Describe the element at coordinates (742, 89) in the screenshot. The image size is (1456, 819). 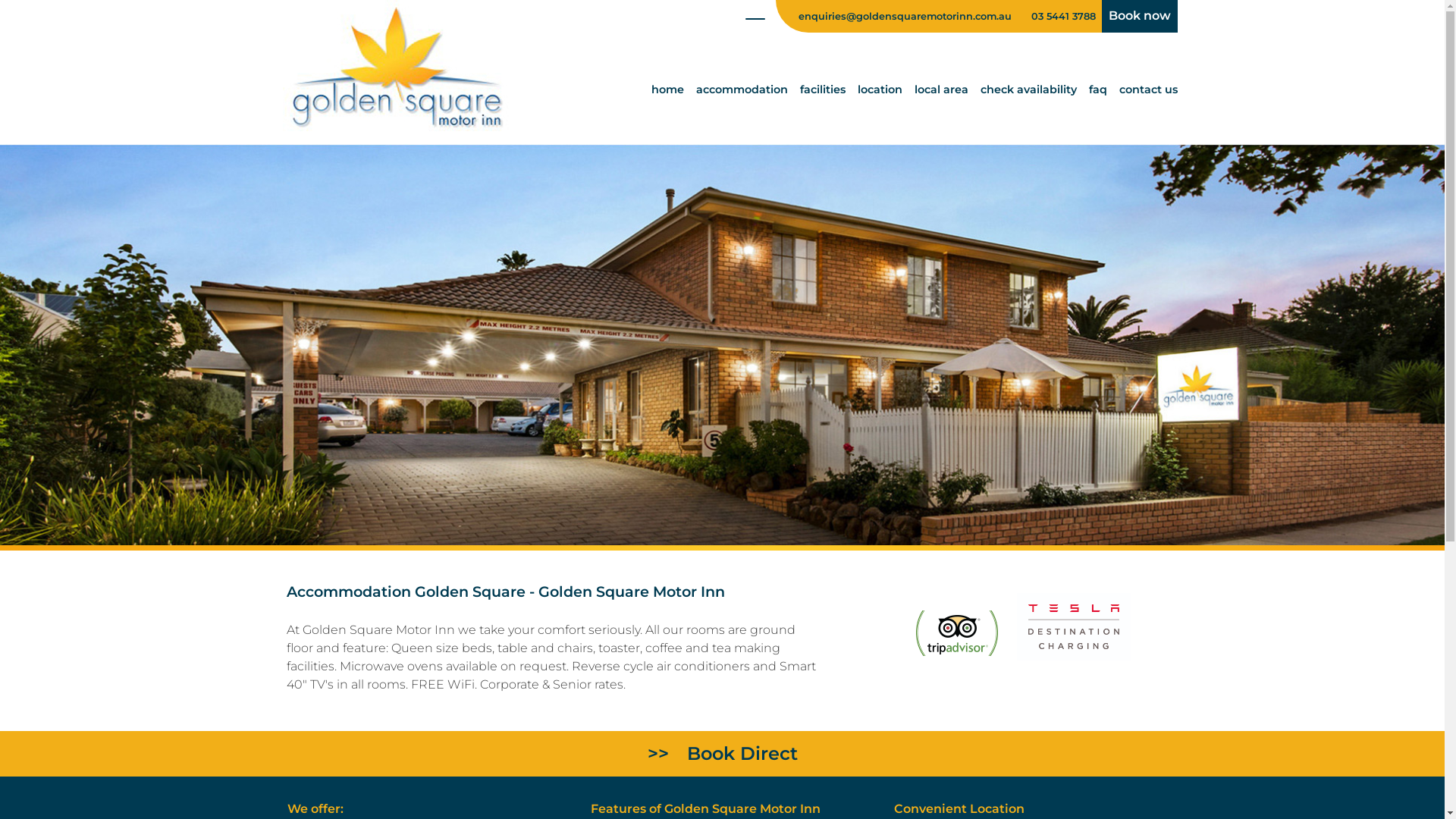
I see `'accommodation'` at that location.